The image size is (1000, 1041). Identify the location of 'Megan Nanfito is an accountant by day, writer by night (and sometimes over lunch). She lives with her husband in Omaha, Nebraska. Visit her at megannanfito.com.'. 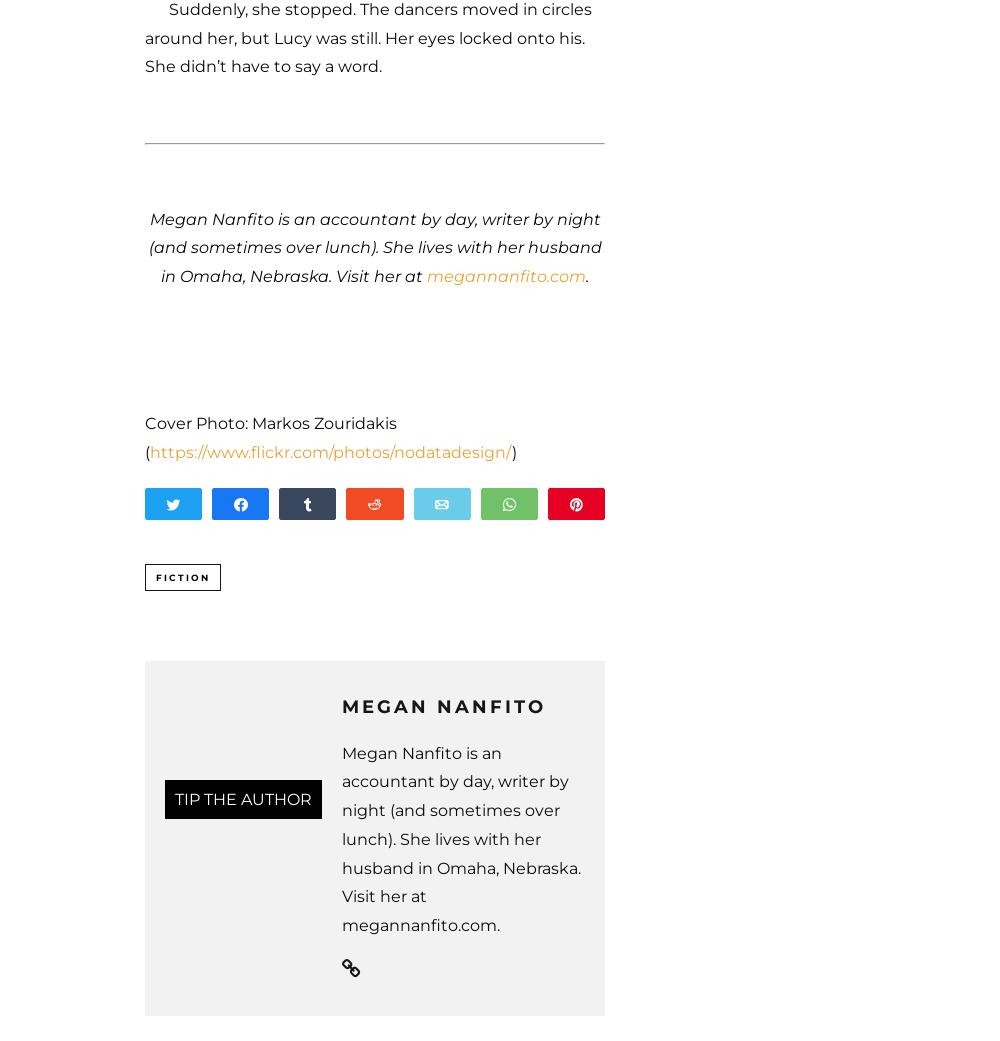
(460, 838).